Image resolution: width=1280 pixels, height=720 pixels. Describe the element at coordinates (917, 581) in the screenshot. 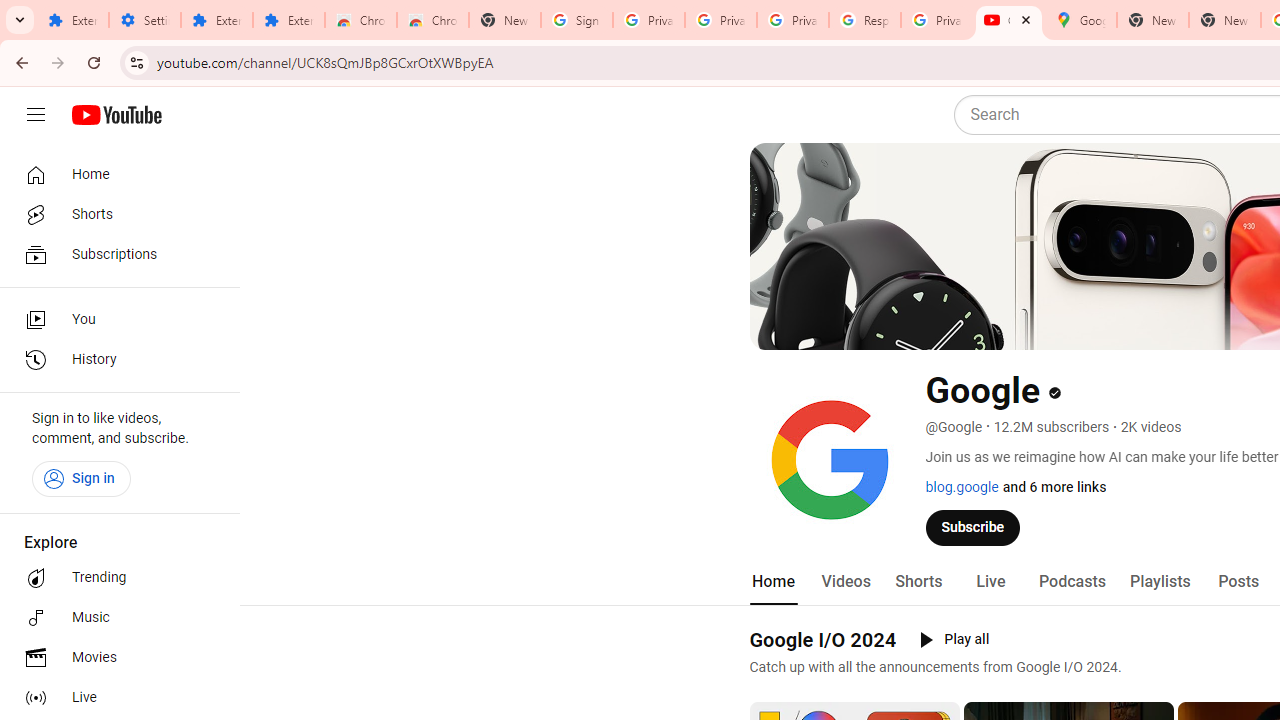

I see `'Shorts'` at that location.